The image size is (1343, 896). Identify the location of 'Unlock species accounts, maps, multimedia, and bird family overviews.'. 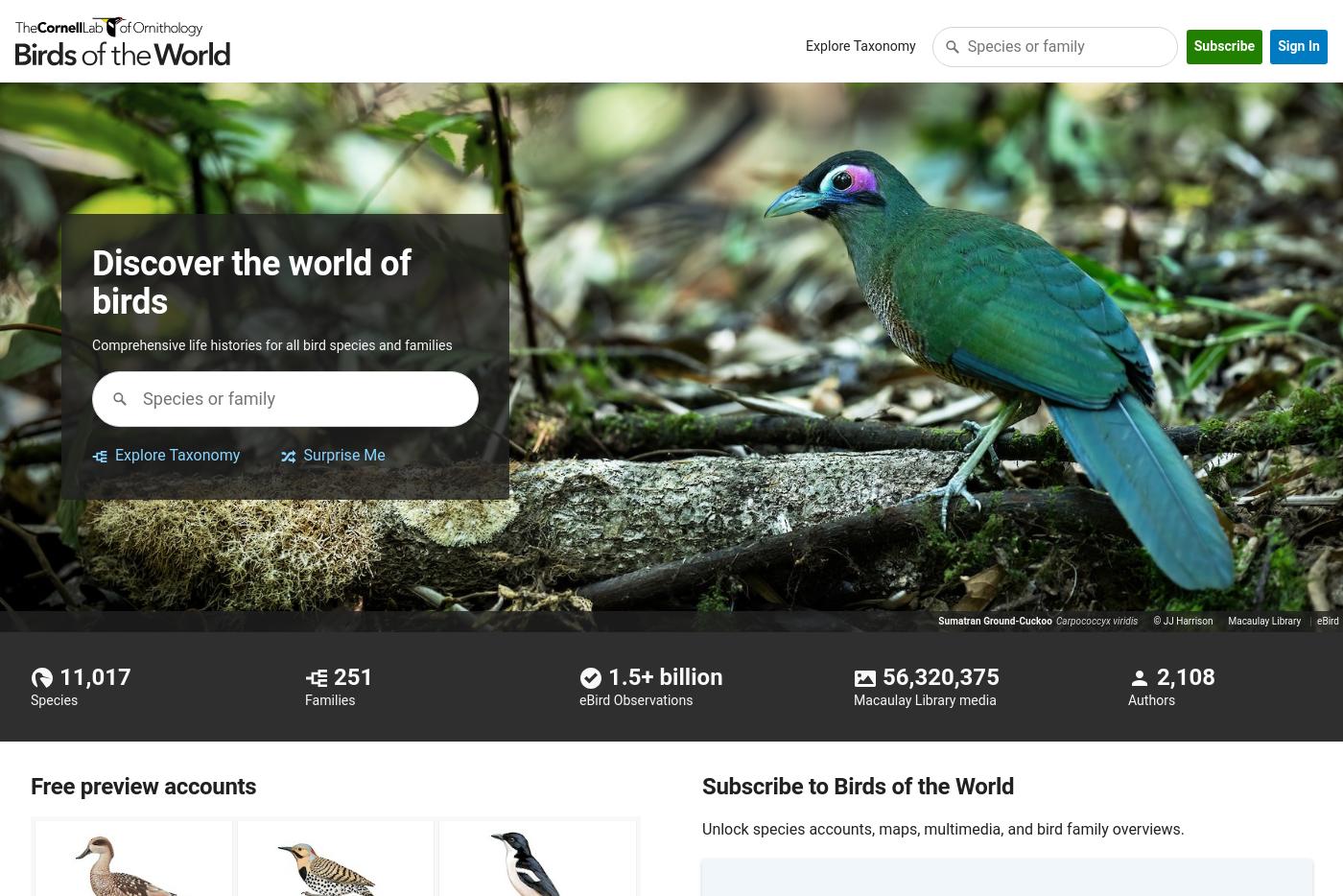
(702, 827).